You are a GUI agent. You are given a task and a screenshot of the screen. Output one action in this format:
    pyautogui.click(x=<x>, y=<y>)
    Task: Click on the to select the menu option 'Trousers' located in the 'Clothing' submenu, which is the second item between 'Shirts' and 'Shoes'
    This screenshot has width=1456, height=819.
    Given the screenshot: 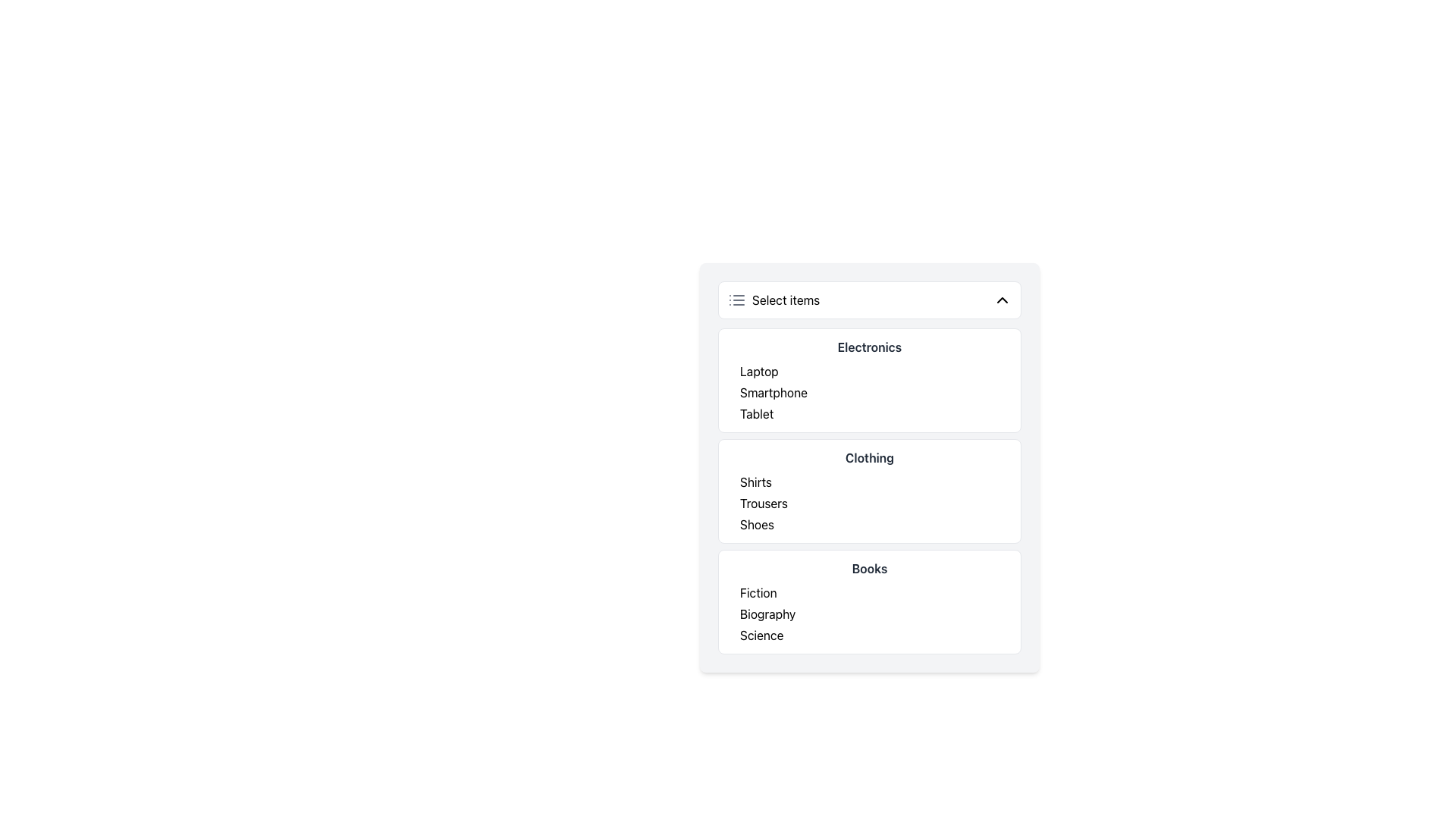 What is the action you would take?
    pyautogui.click(x=764, y=503)
    